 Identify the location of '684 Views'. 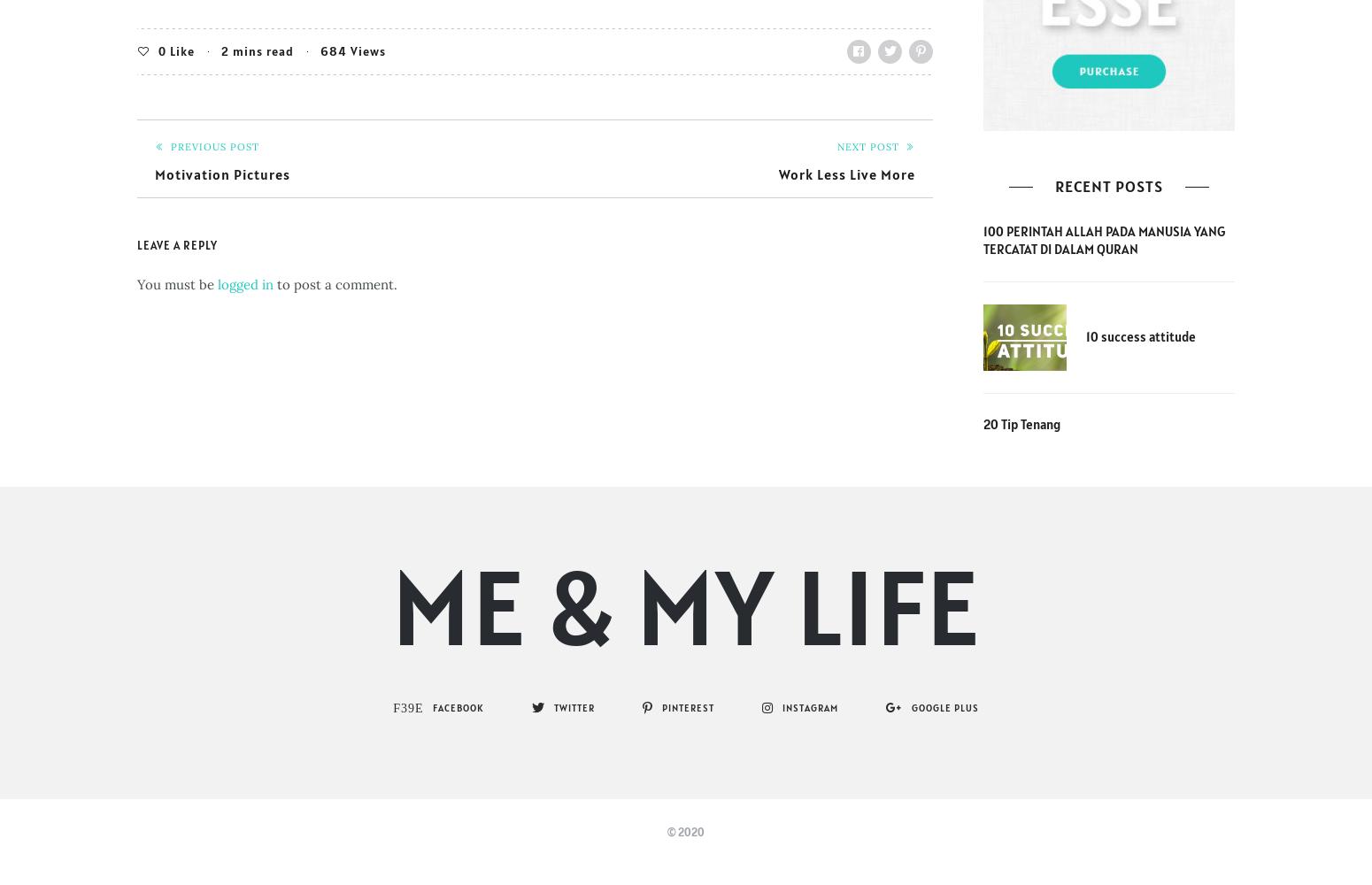
(352, 50).